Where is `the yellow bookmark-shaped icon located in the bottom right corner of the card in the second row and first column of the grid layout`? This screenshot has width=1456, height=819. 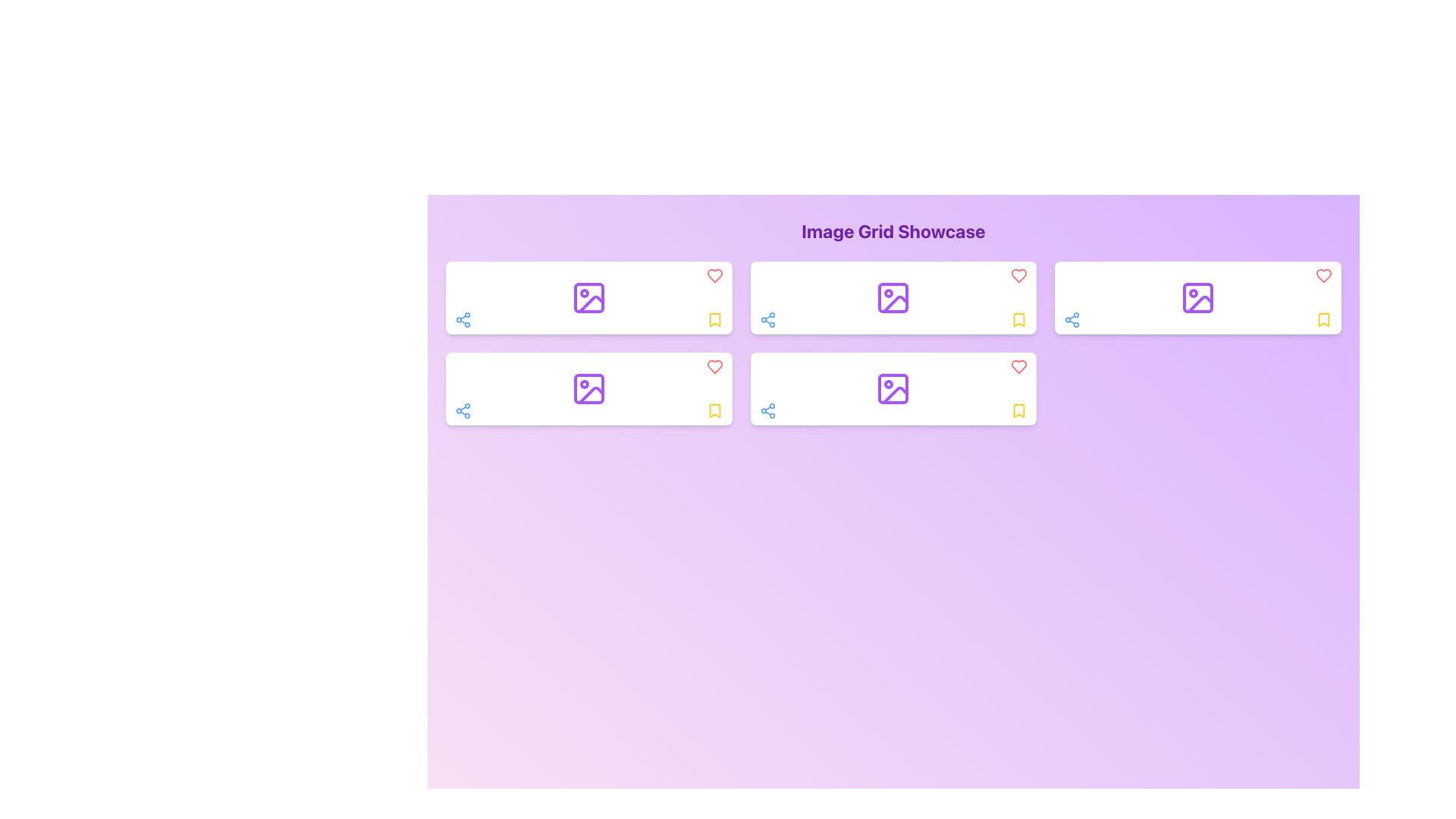 the yellow bookmark-shaped icon located in the bottom right corner of the card in the second row and first column of the grid layout is located at coordinates (714, 318).